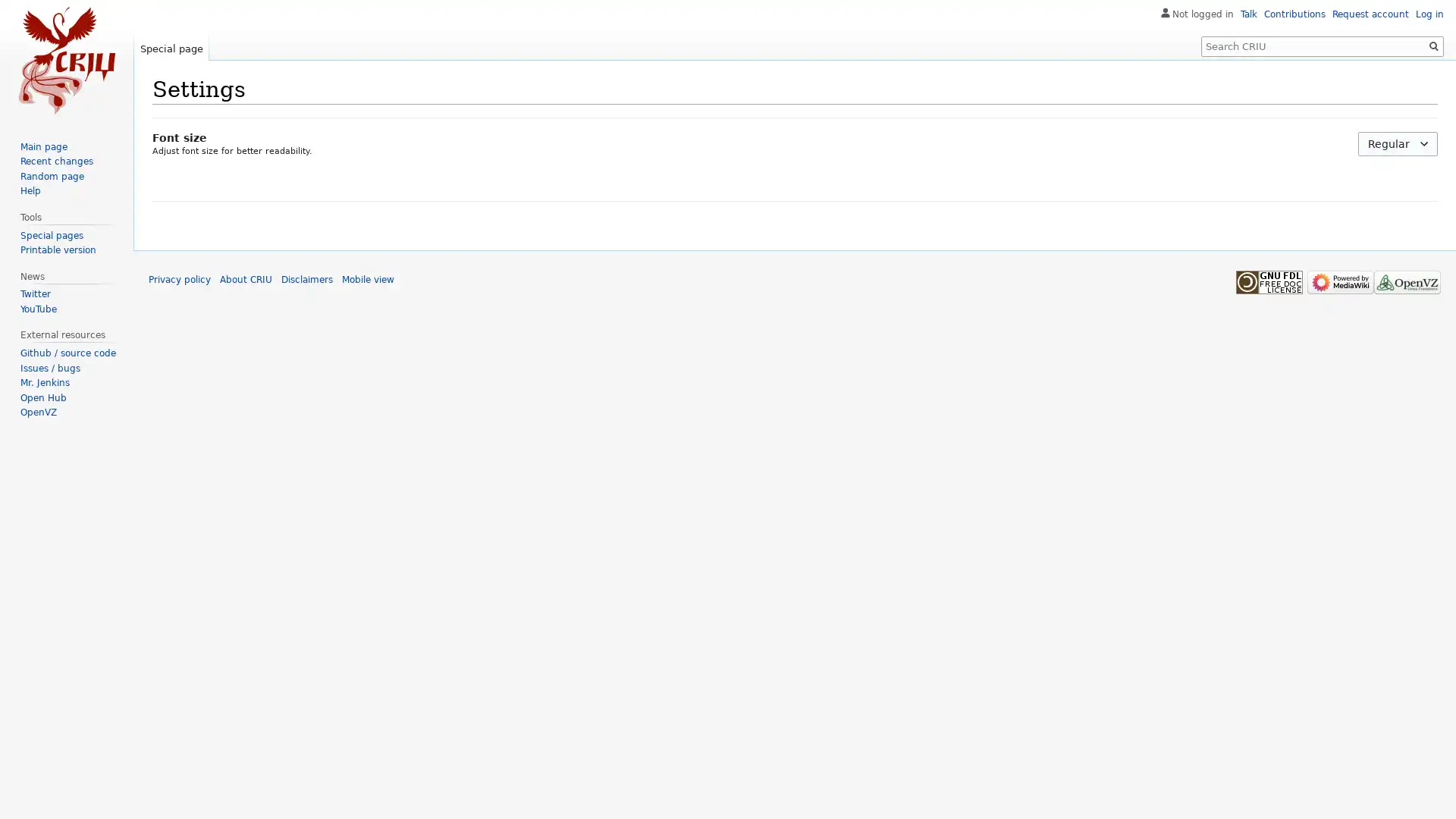  Describe the element at coordinates (1433, 45) in the screenshot. I see `Go` at that location.